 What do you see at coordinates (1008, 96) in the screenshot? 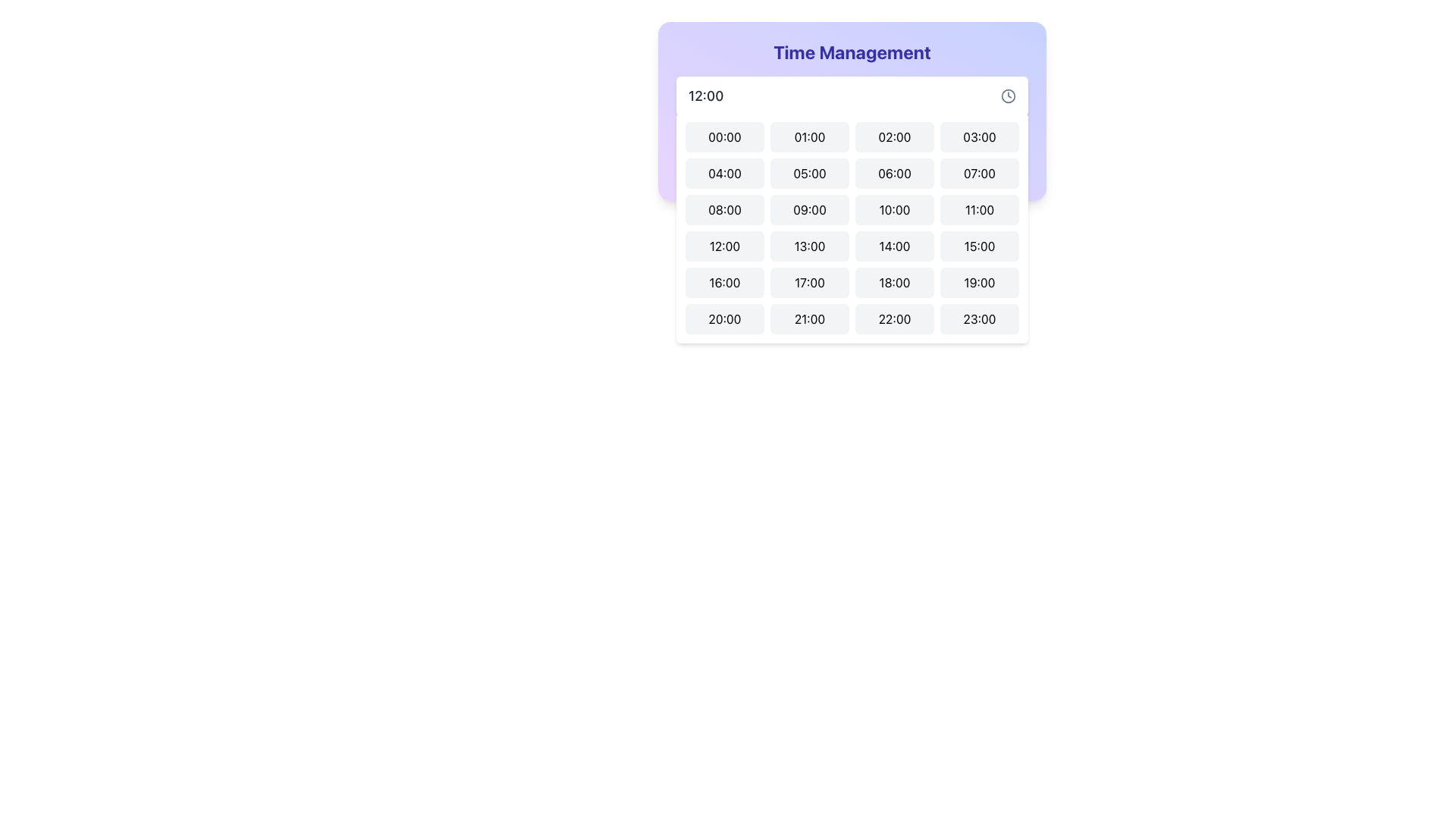
I see `the SVG circle element styled with a gray stroke, part of the clock icon located in the top-right corner of the main content area, just below the 'Time Management' heading` at bounding box center [1008, 96].